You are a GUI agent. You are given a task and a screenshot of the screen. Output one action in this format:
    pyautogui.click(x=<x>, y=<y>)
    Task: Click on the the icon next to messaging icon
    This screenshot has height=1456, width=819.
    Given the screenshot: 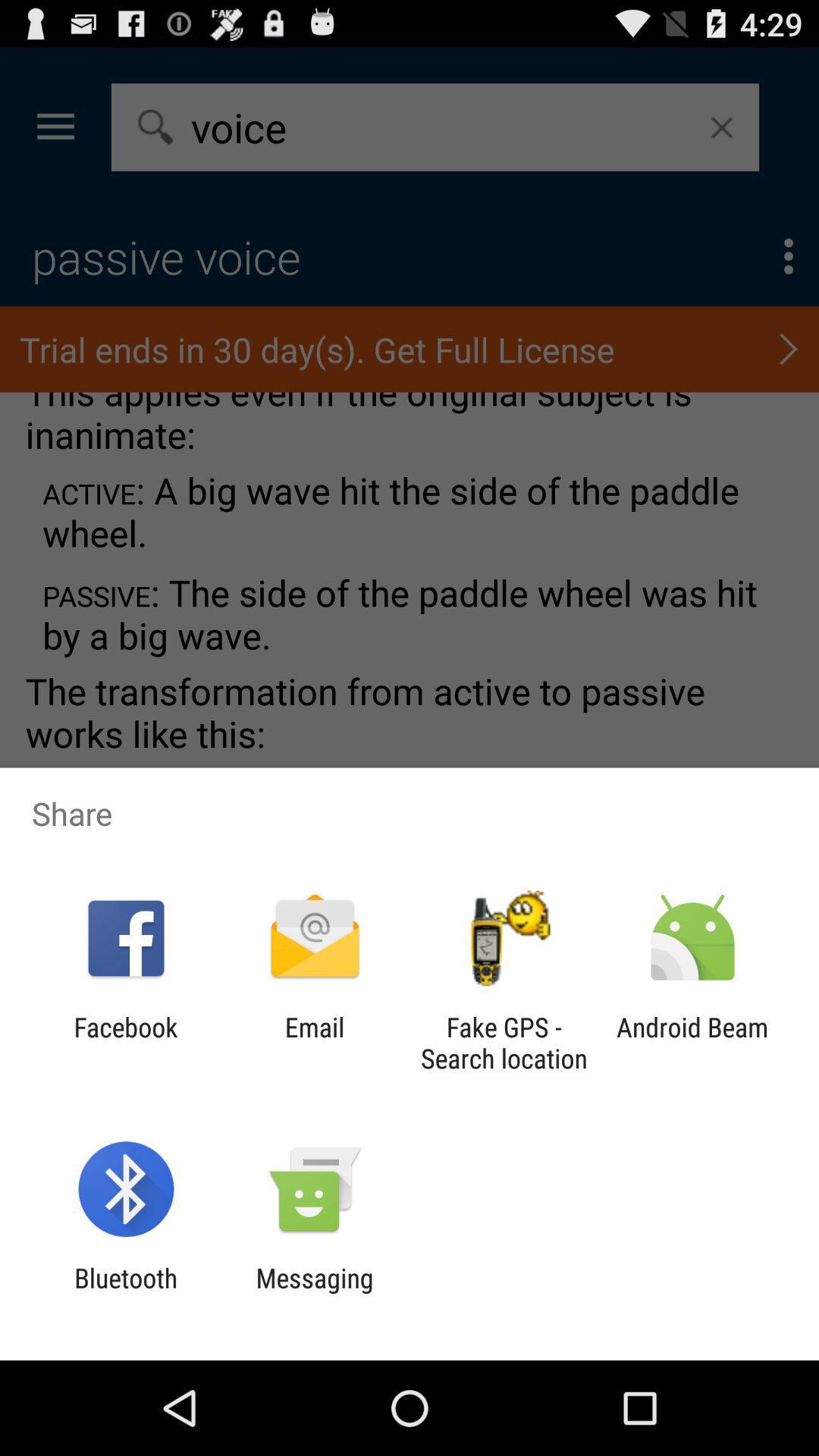 What is the action you would take?
    pyautogui.click(x=125, y=1293)
    